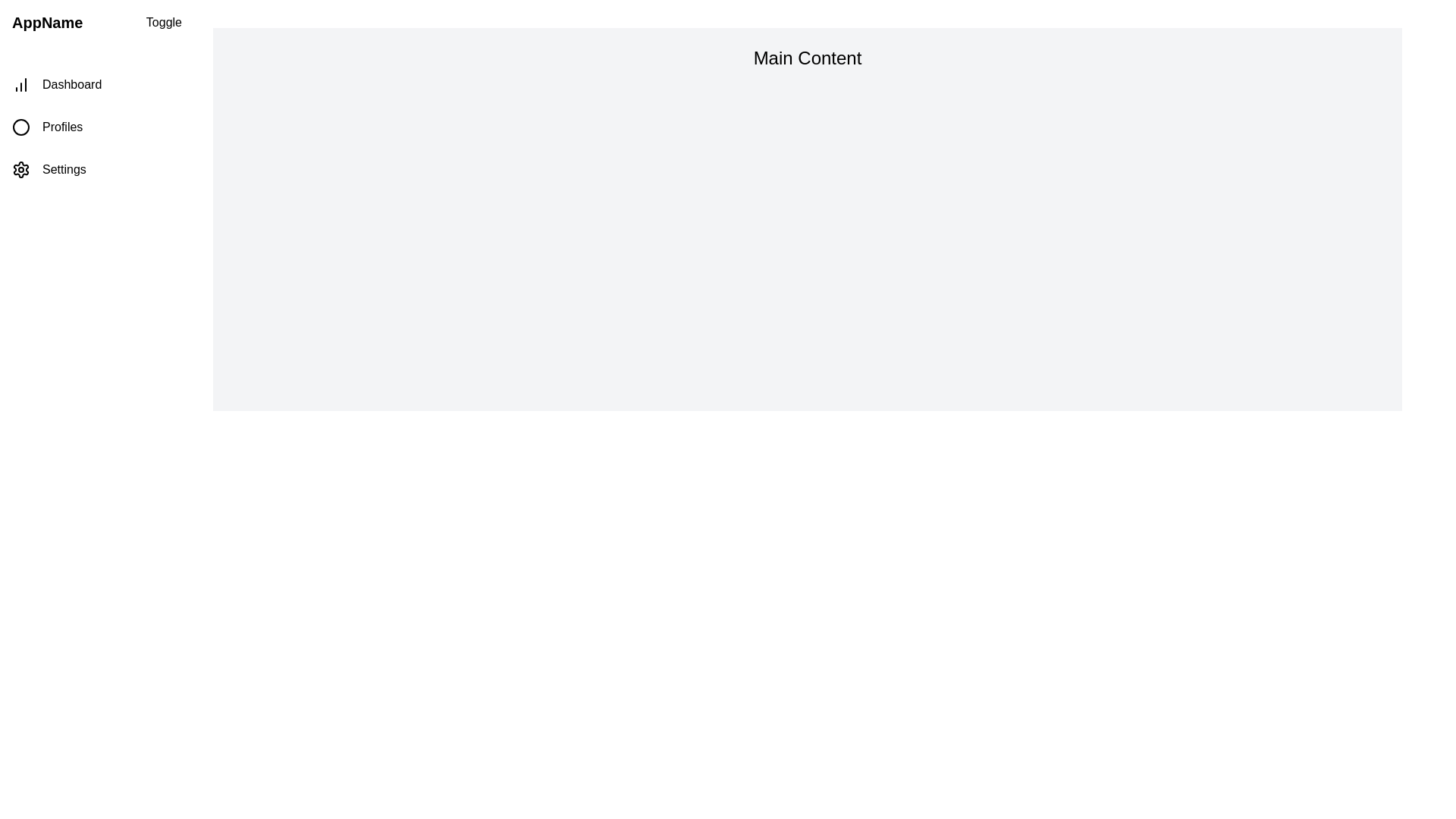  I want to click on the navigation item Settings in the drawer, so click(96, 169).